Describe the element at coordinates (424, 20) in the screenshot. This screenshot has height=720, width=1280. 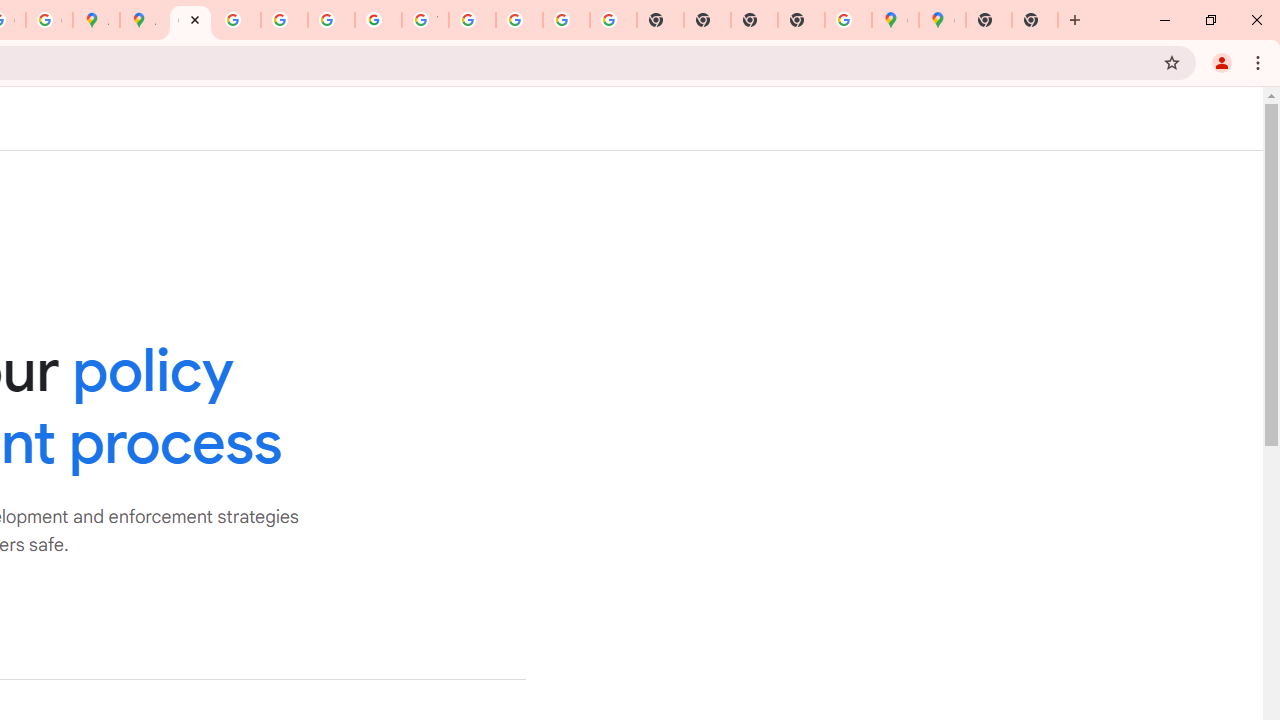
I see `'YouTube'` at that location.